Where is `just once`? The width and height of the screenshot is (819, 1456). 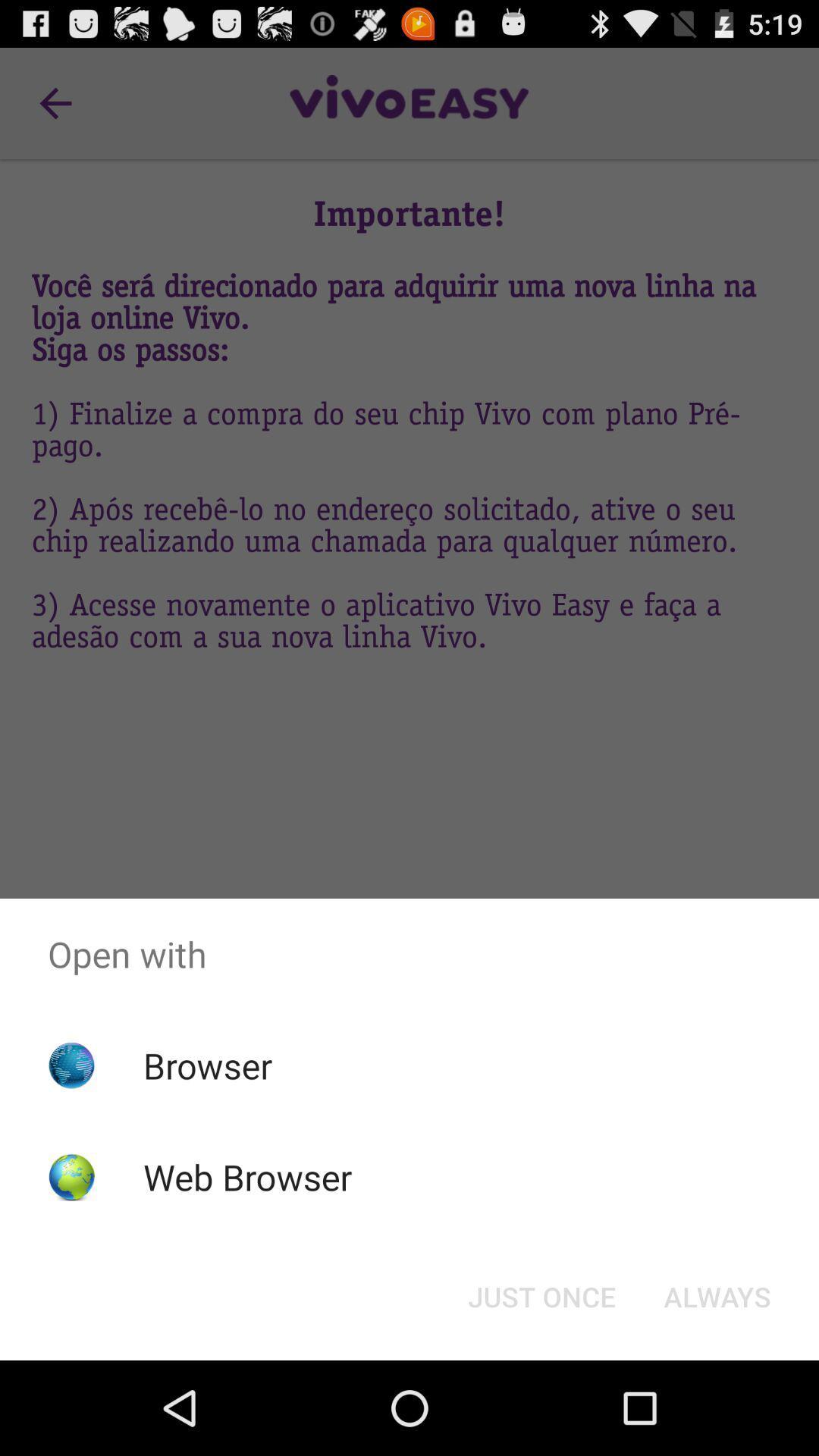
just once is located at coordinates (541, 1295).